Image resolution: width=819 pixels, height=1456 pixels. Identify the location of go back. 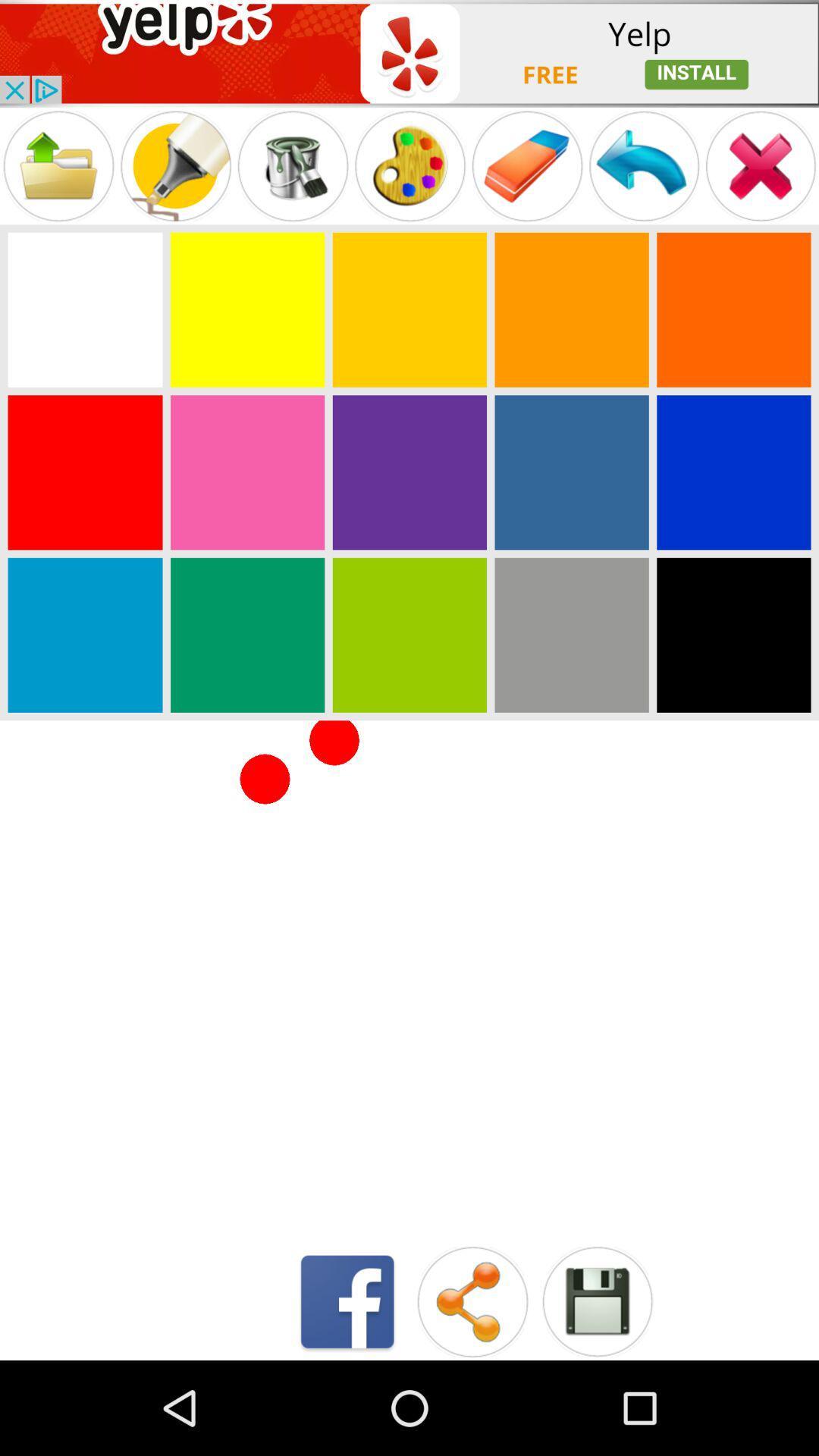
(644, 166).